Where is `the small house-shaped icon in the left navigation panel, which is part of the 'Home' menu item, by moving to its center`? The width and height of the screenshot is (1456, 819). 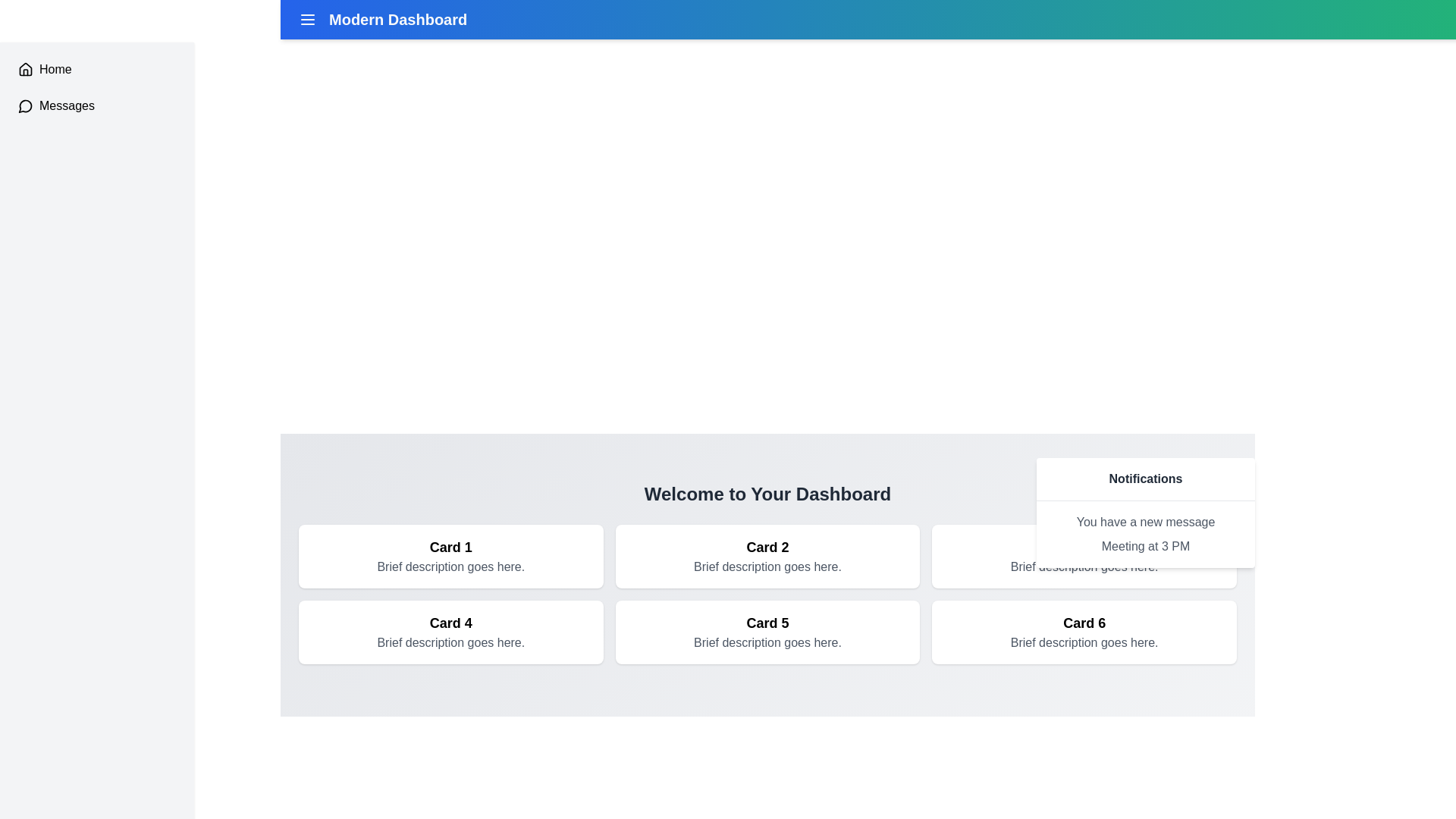 the small house-shaped icon in the left navigation panel, which is part of the 'Home' menu item, by moving to its center is located at coordinates (25, 70).